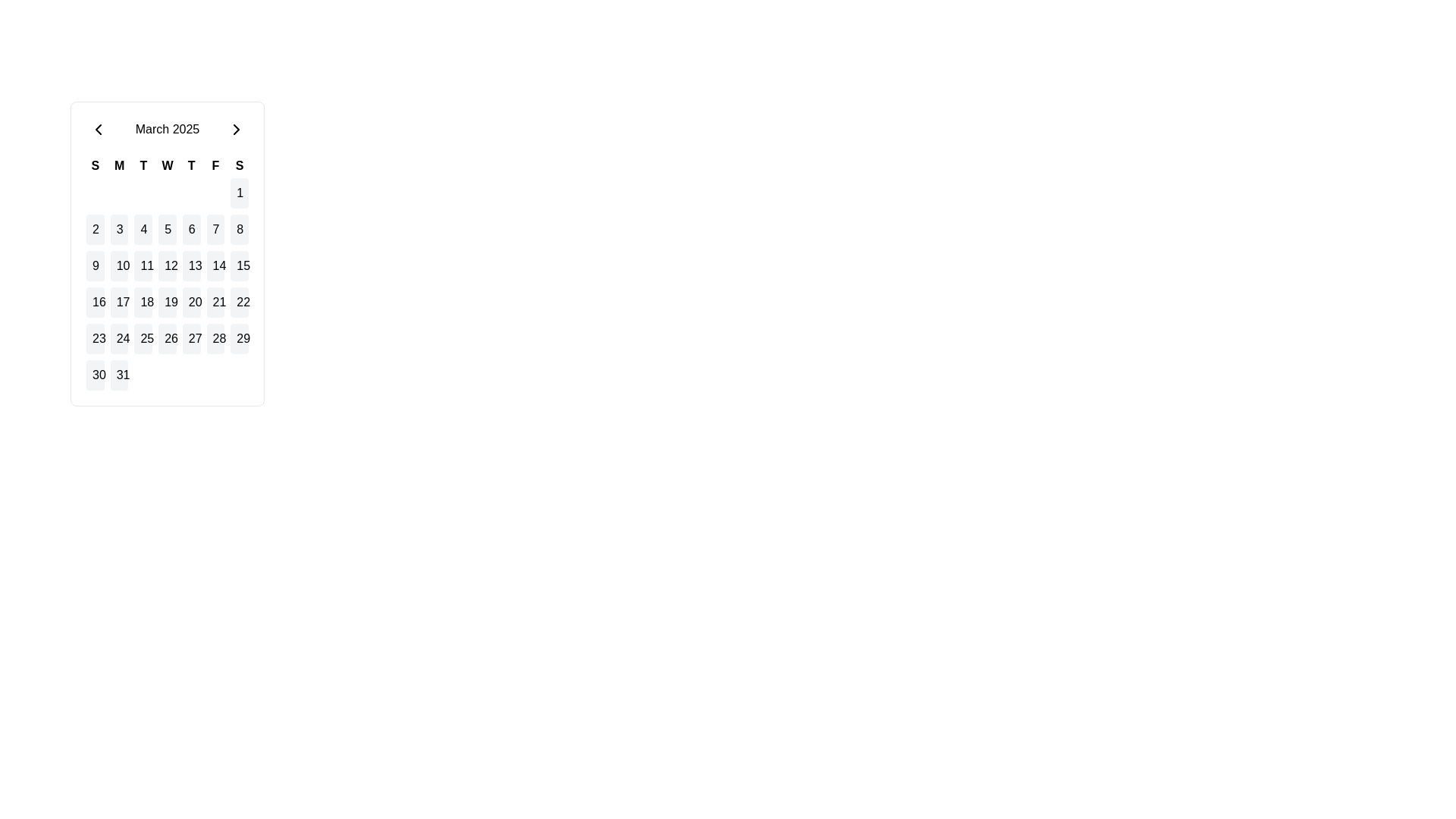  What do you see at coordinates (167, 302) in the screenshot?
I see `the button representing the date '19' in the calendar located in the third row, fifth column` at bounding box center [167, 302].